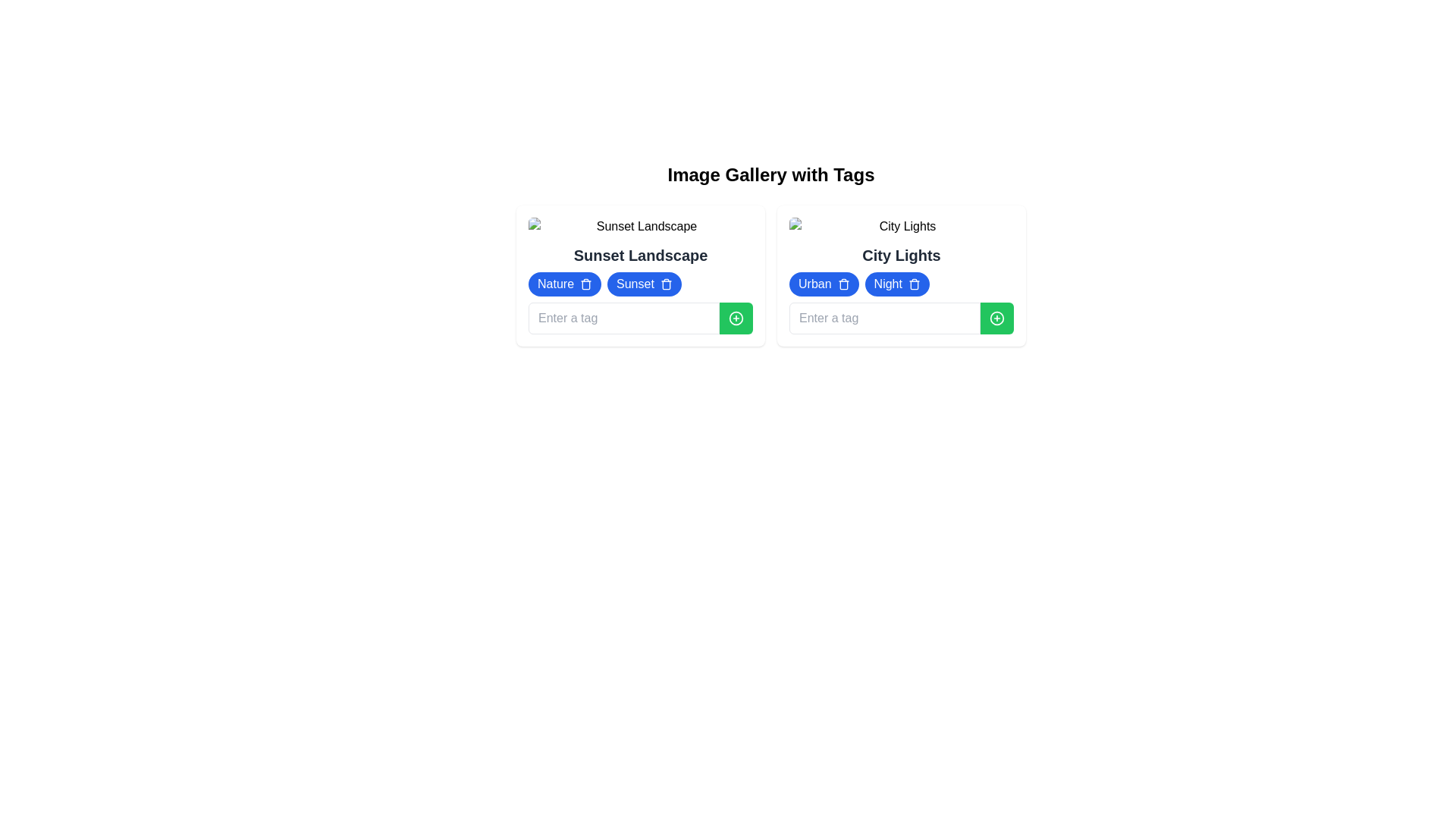 The height and width of the screenshot is (819, 1456). I want to click on the trash icon located within the 'Night' tag of the 'City Lights' card, so click(913, 284).